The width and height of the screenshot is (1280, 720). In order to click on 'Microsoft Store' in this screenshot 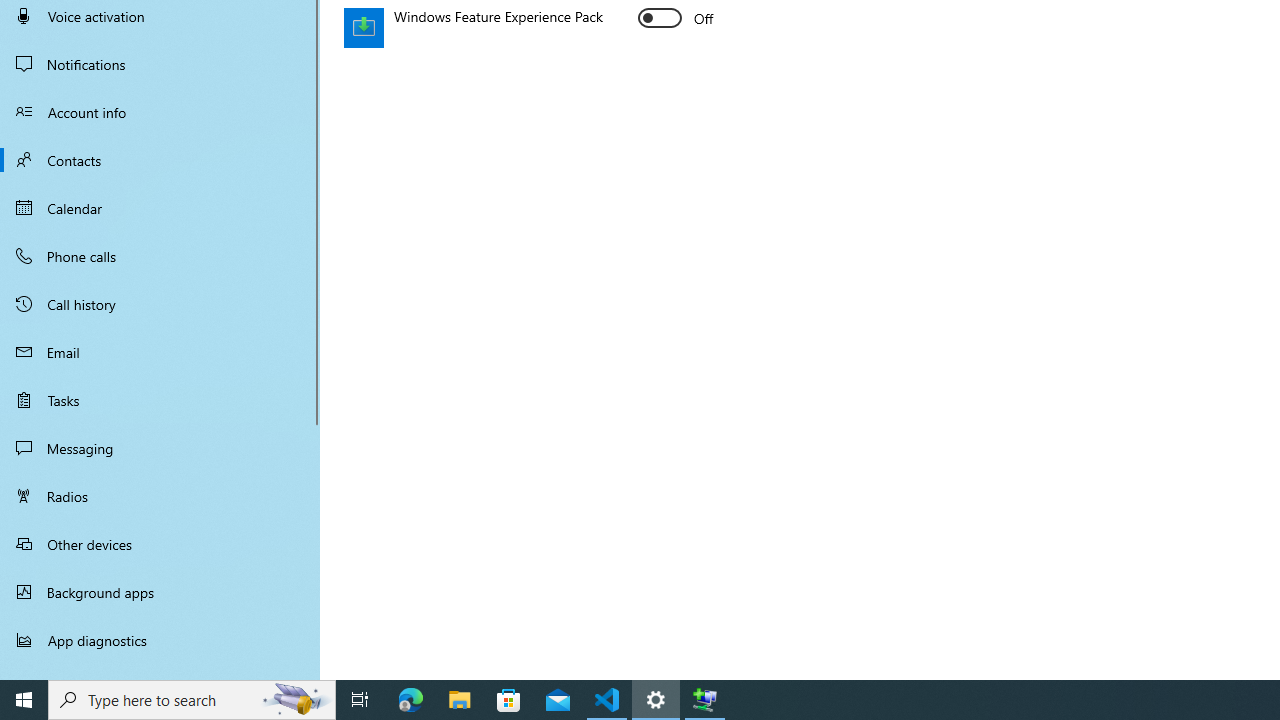, I will do `click(509, 698)`.